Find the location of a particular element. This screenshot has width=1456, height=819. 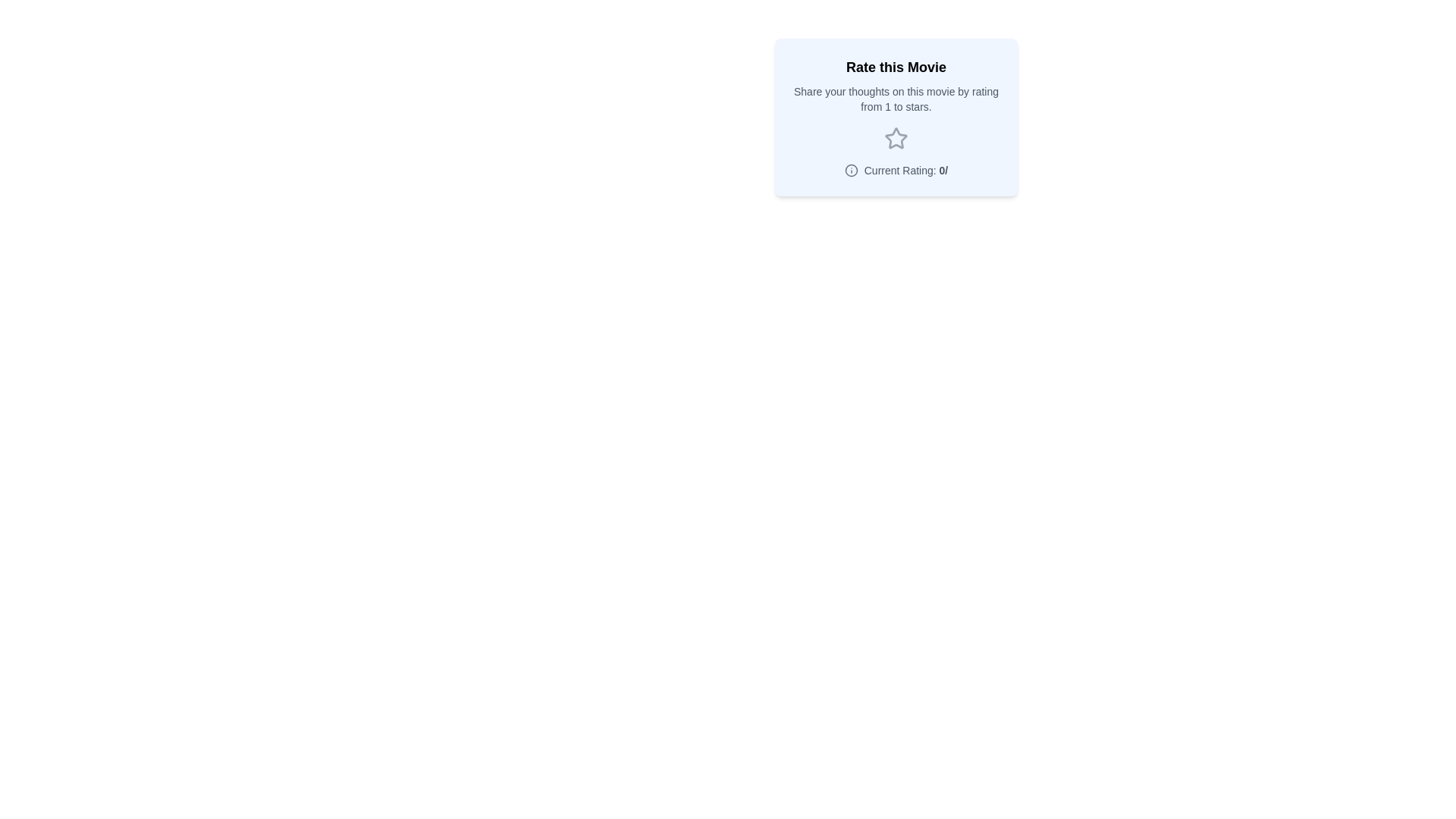

the numeric portion of the rating component which displays the current rating value, located at the right end of the 'Current Rating: 0/' text label in the lower section of the card interface is located at coordinates (943, 170).